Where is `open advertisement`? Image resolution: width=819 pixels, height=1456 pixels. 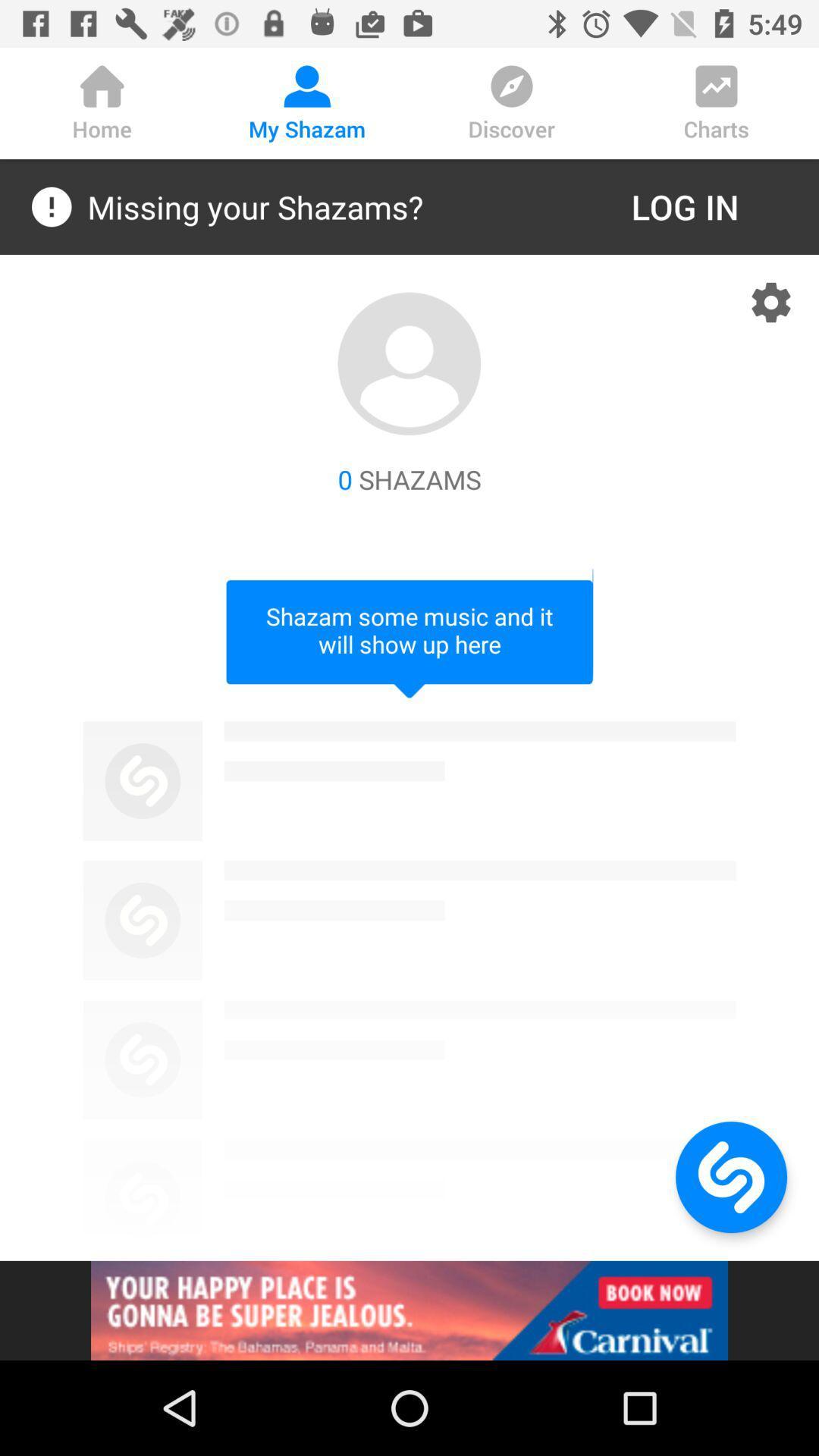
open advertisement is located at coordinates (409, 1310).